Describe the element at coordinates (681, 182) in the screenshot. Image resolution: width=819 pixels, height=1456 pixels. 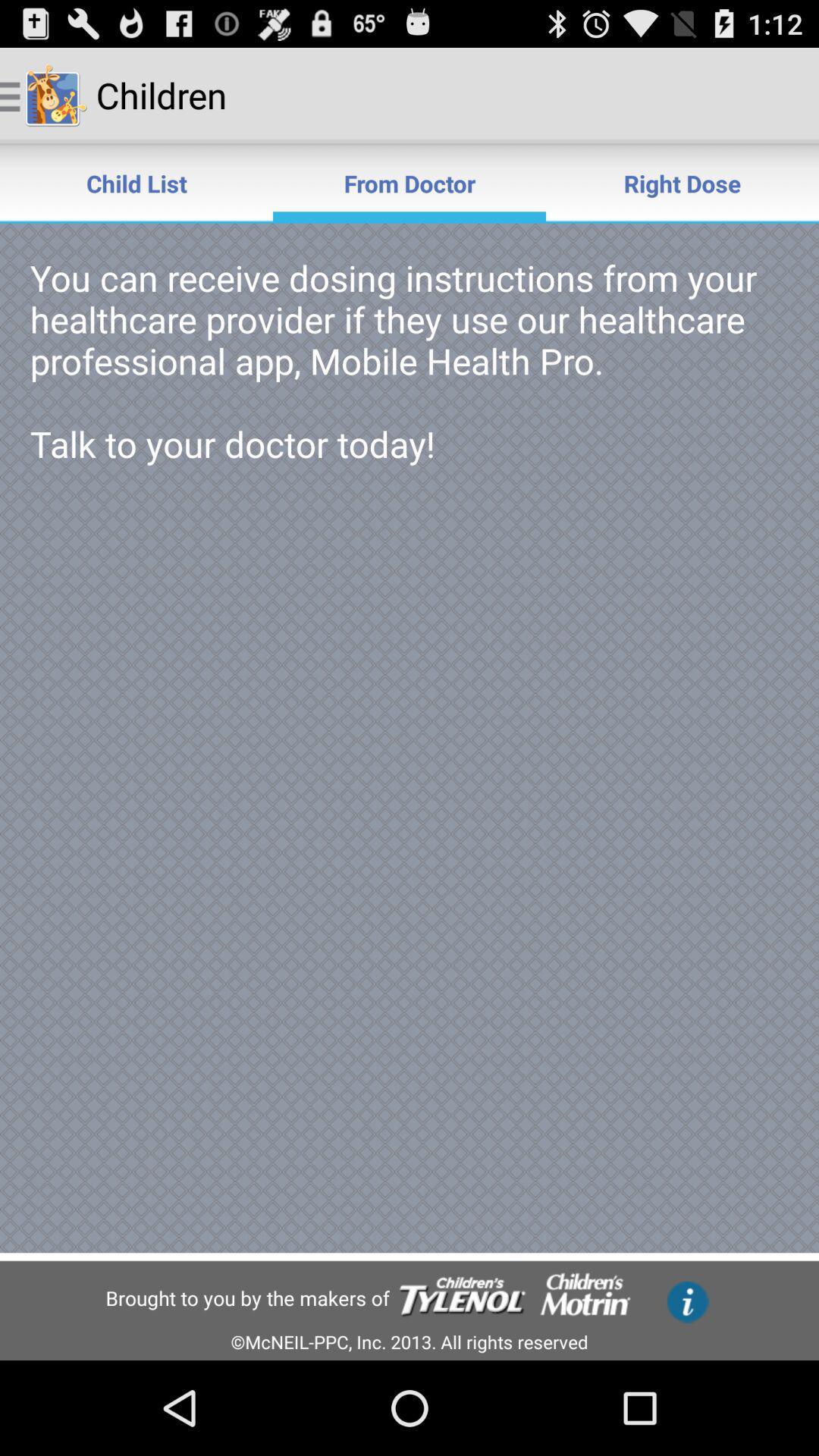
I see `icon next to from doctor item` at that location.